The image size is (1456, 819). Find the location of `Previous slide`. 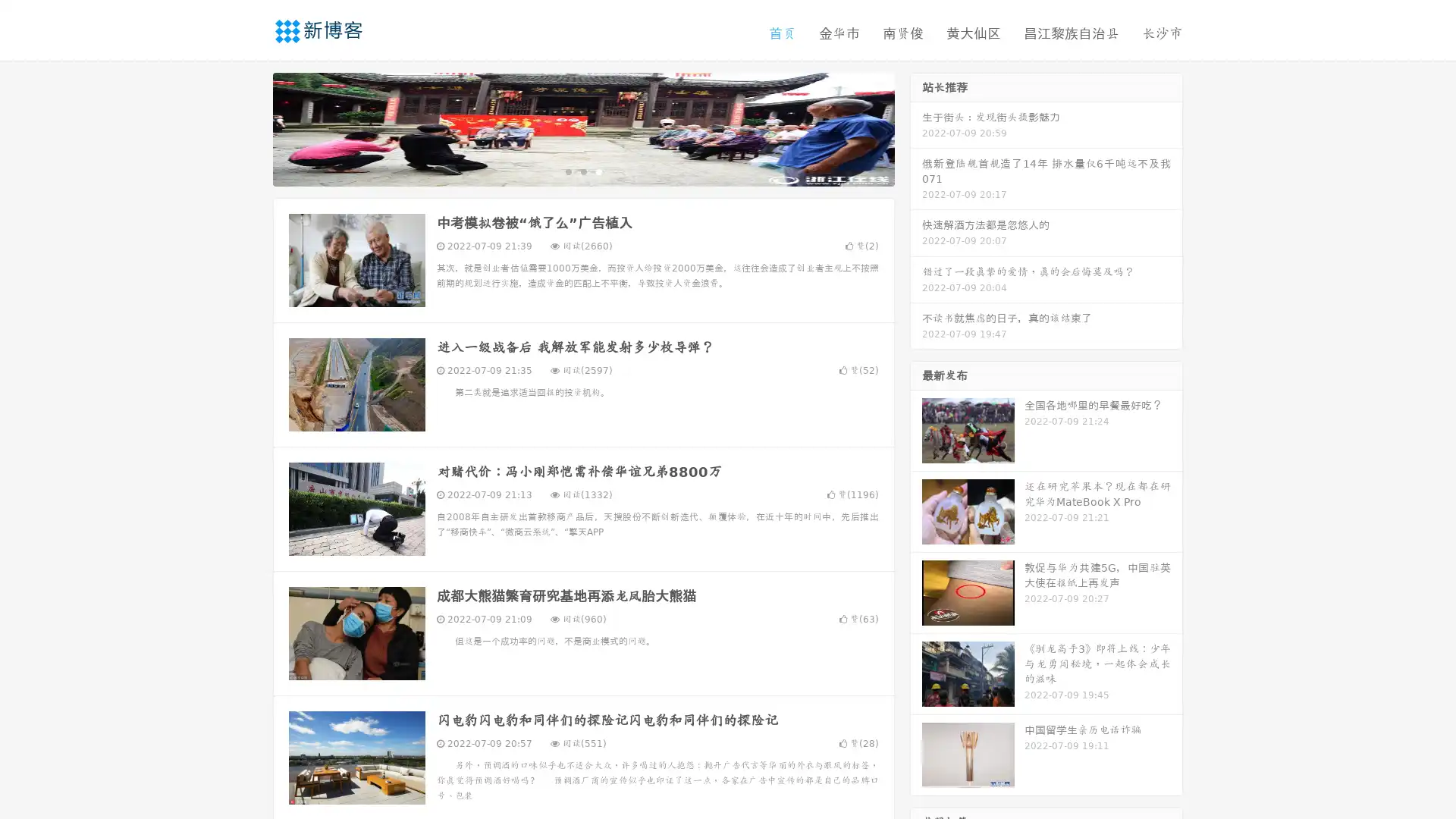

Previous slide is located at coordinates (250, 127).